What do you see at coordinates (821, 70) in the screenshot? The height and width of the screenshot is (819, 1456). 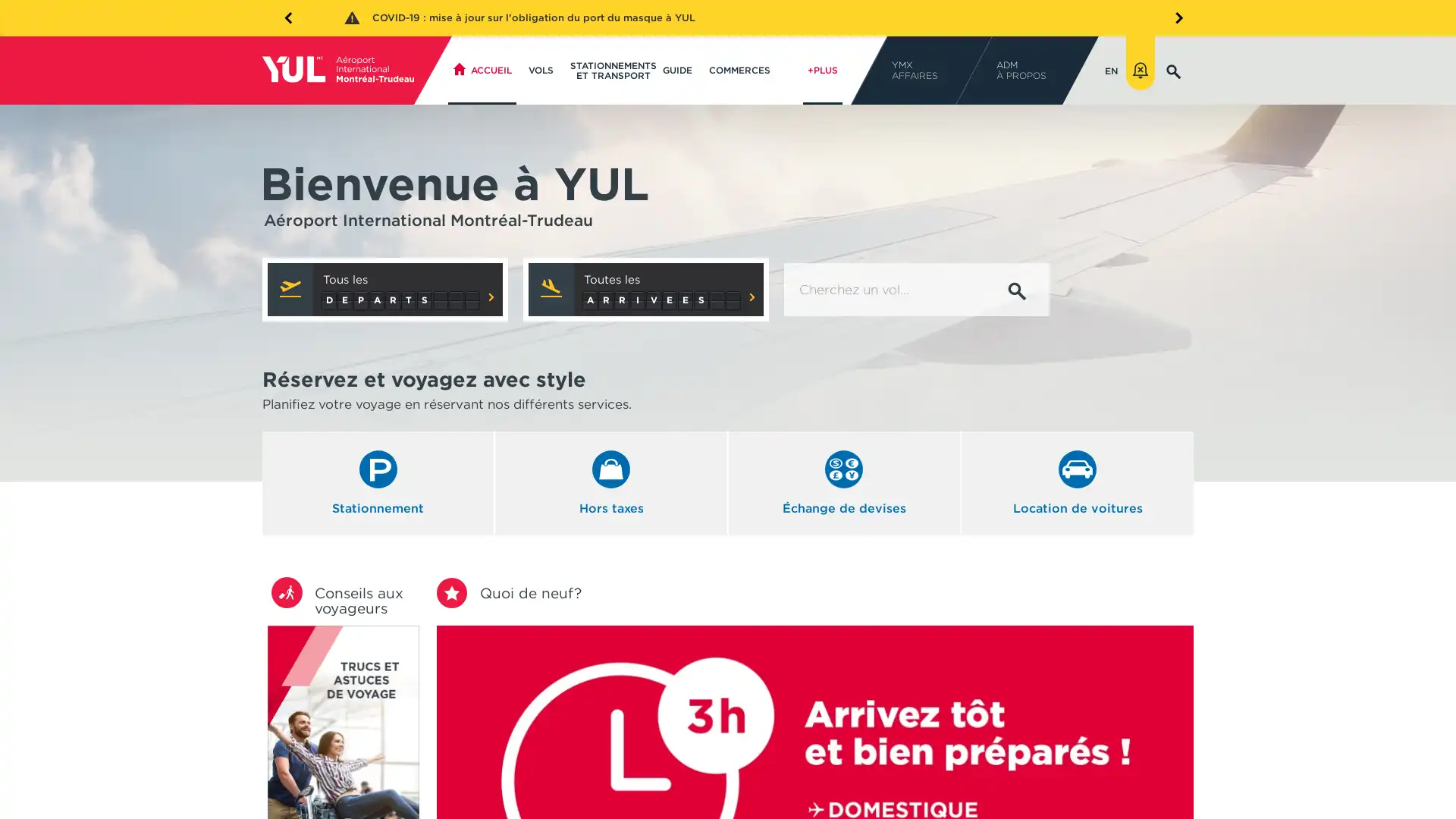 I see `+PLUS` at bounding box center [821, 70].